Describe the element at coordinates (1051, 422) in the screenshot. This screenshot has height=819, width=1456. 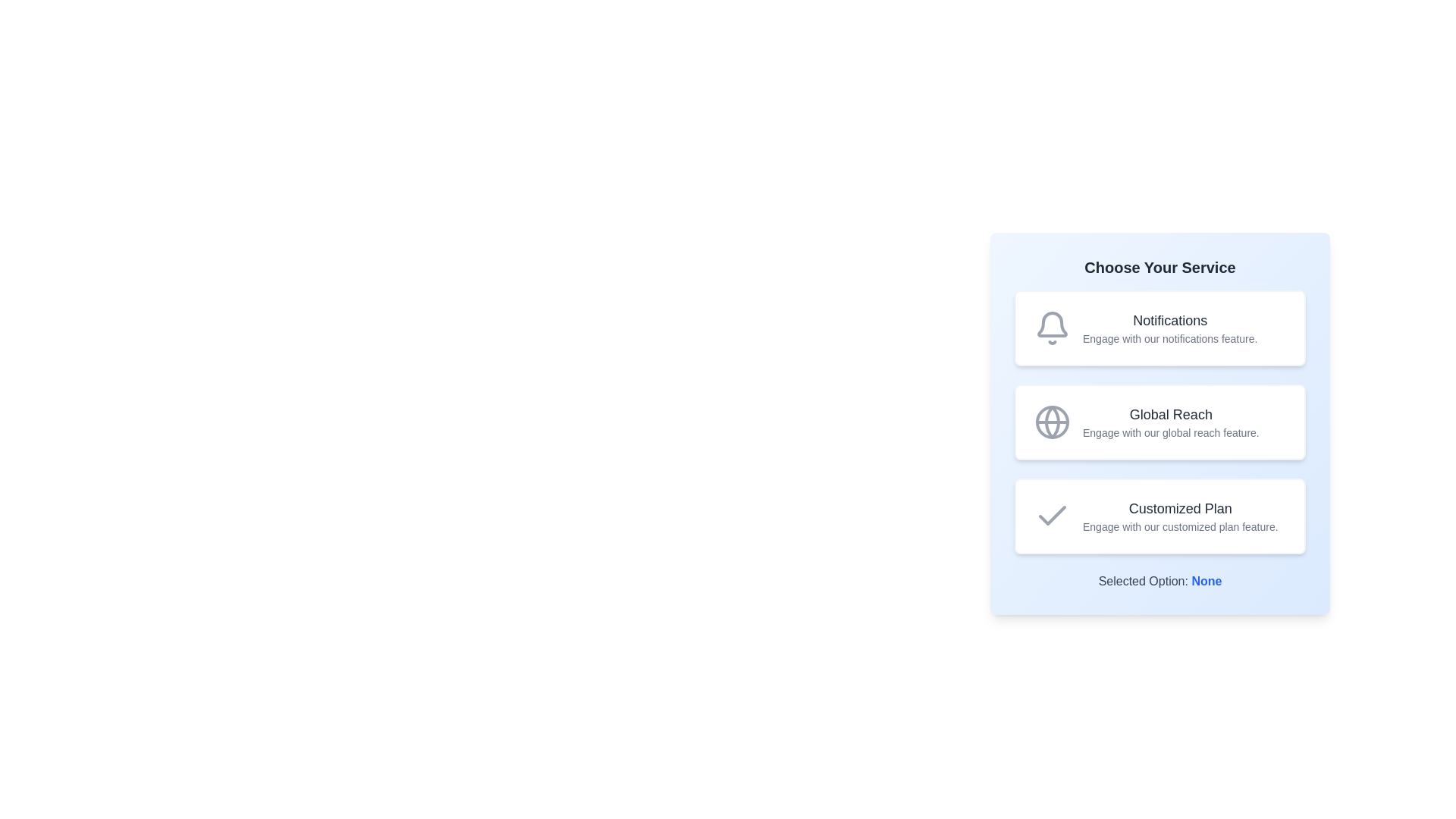
I see `the SVG graphical element that represents the geographical aspect of the 'Global Reach' service, located within the globe icon` at that location.